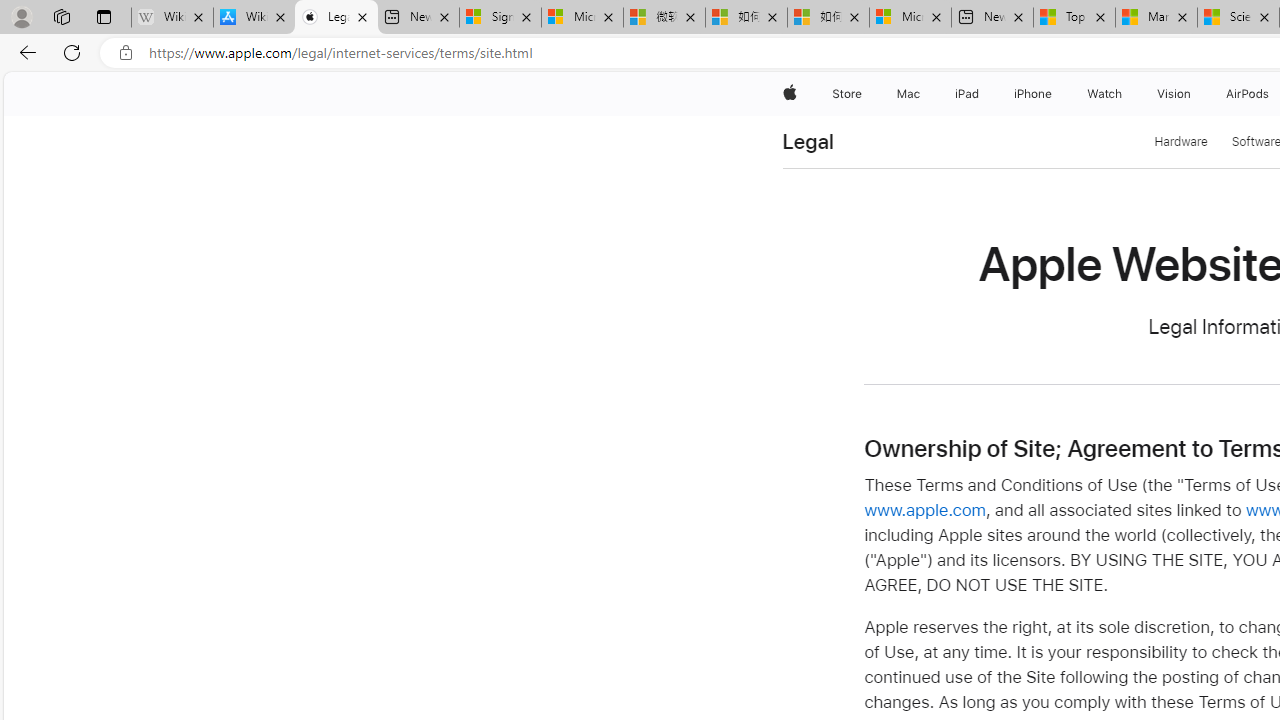 Image resolution: width=1280 pixels, height=720 pixels. What do you see at coordinates (1247, 93) in the screenshot?
I see `'AirPods'` at bounding box center [1247, 93].